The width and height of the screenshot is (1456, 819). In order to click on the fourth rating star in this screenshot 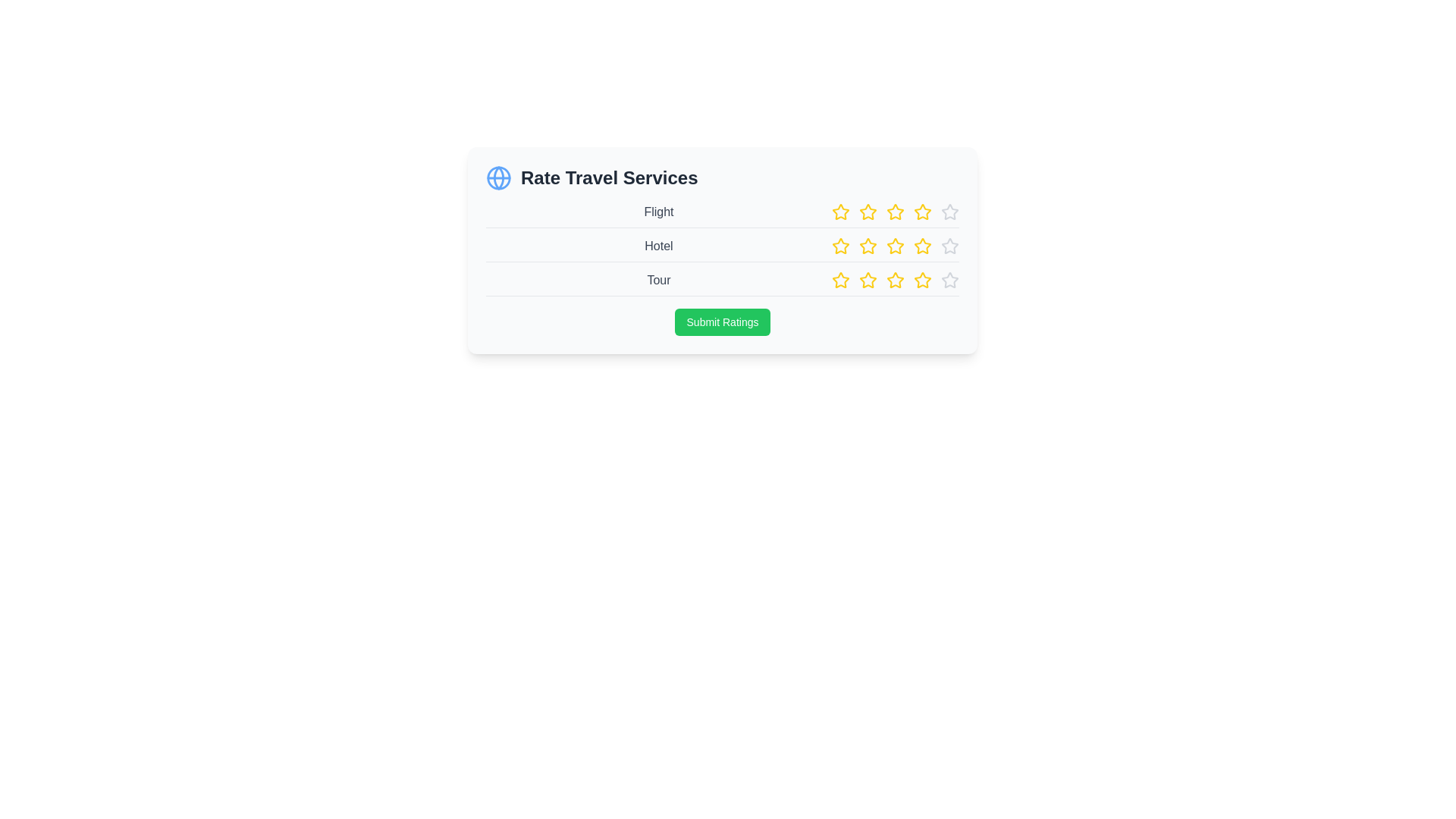, I will do `click(921, 245)`.